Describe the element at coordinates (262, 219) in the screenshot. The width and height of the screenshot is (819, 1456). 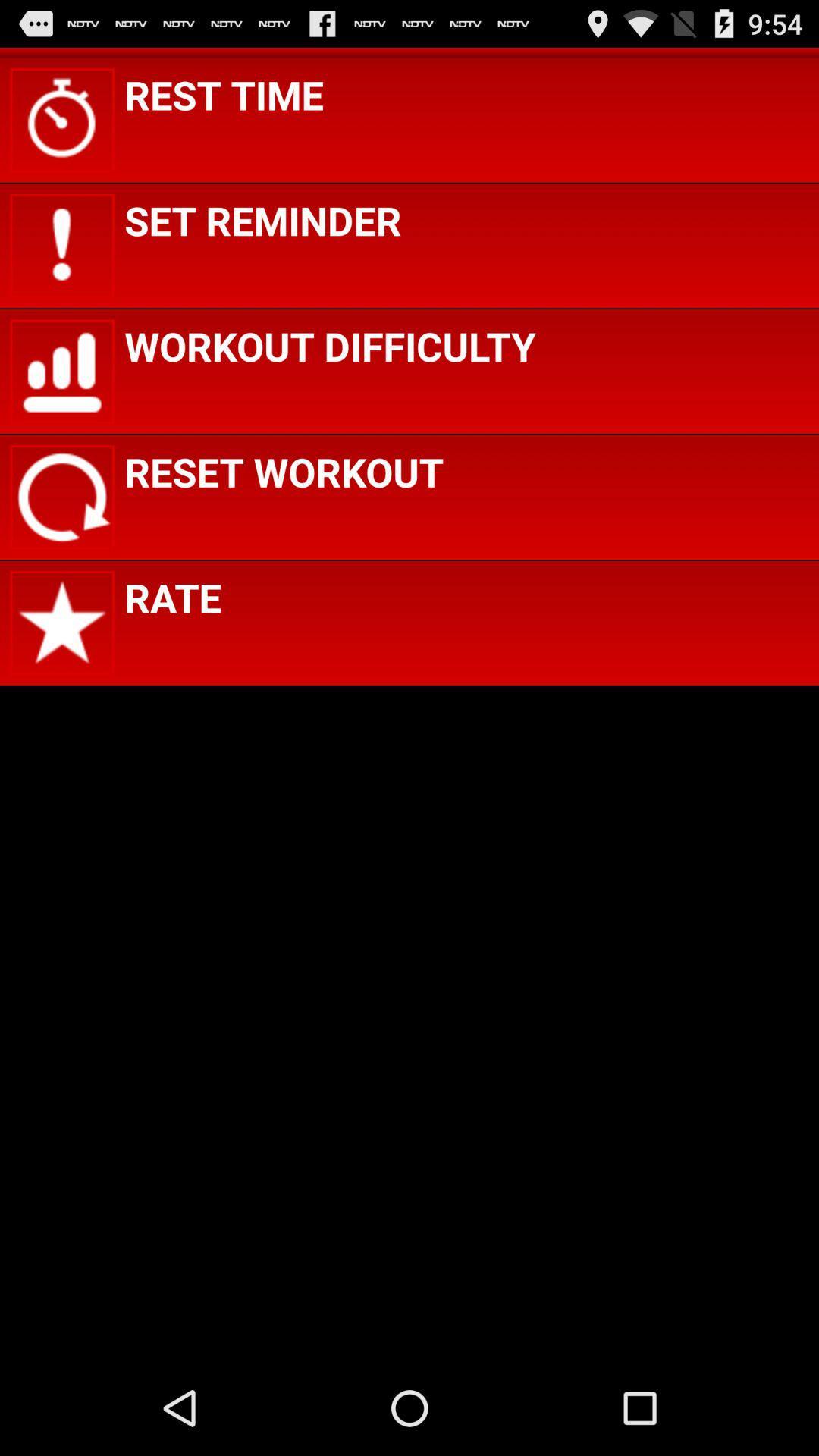
I see `icon below rest time item` at that location.